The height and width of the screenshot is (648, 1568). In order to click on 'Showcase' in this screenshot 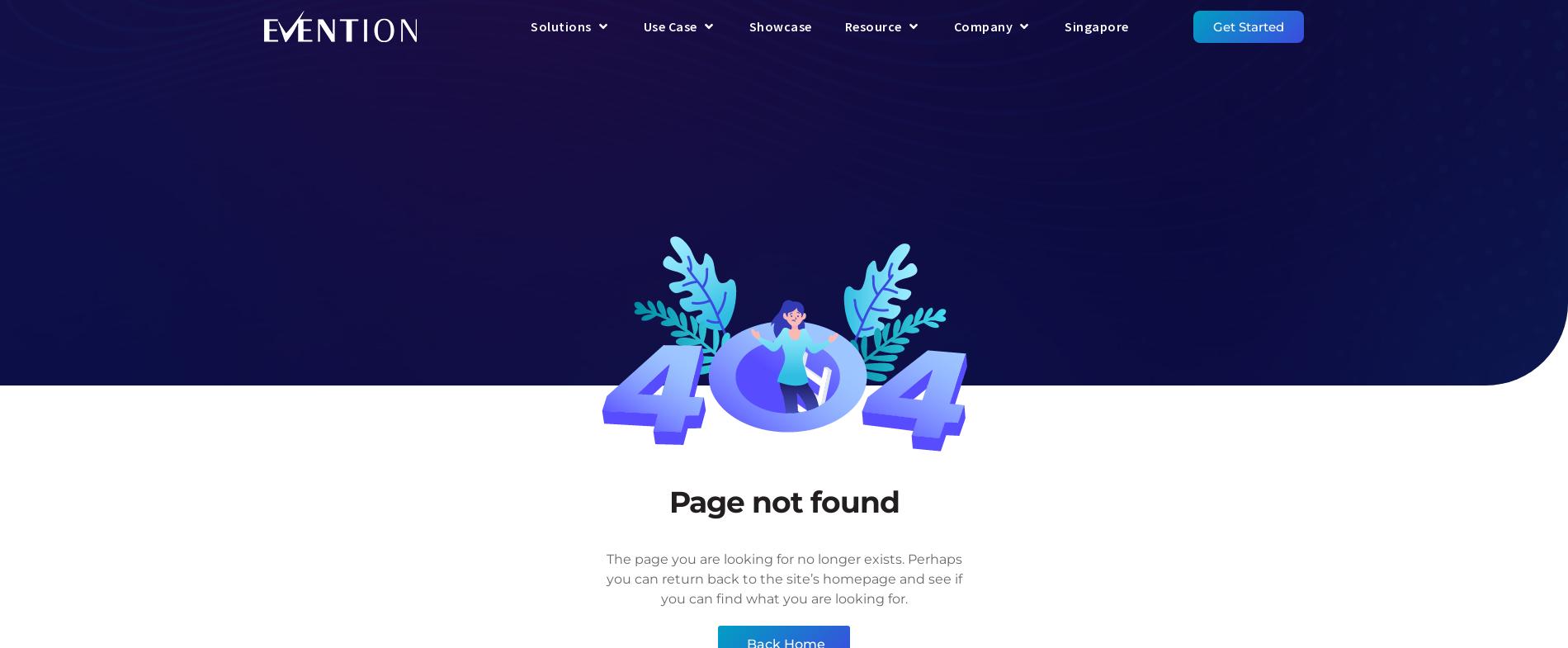, I will do `click(779, 26)`.